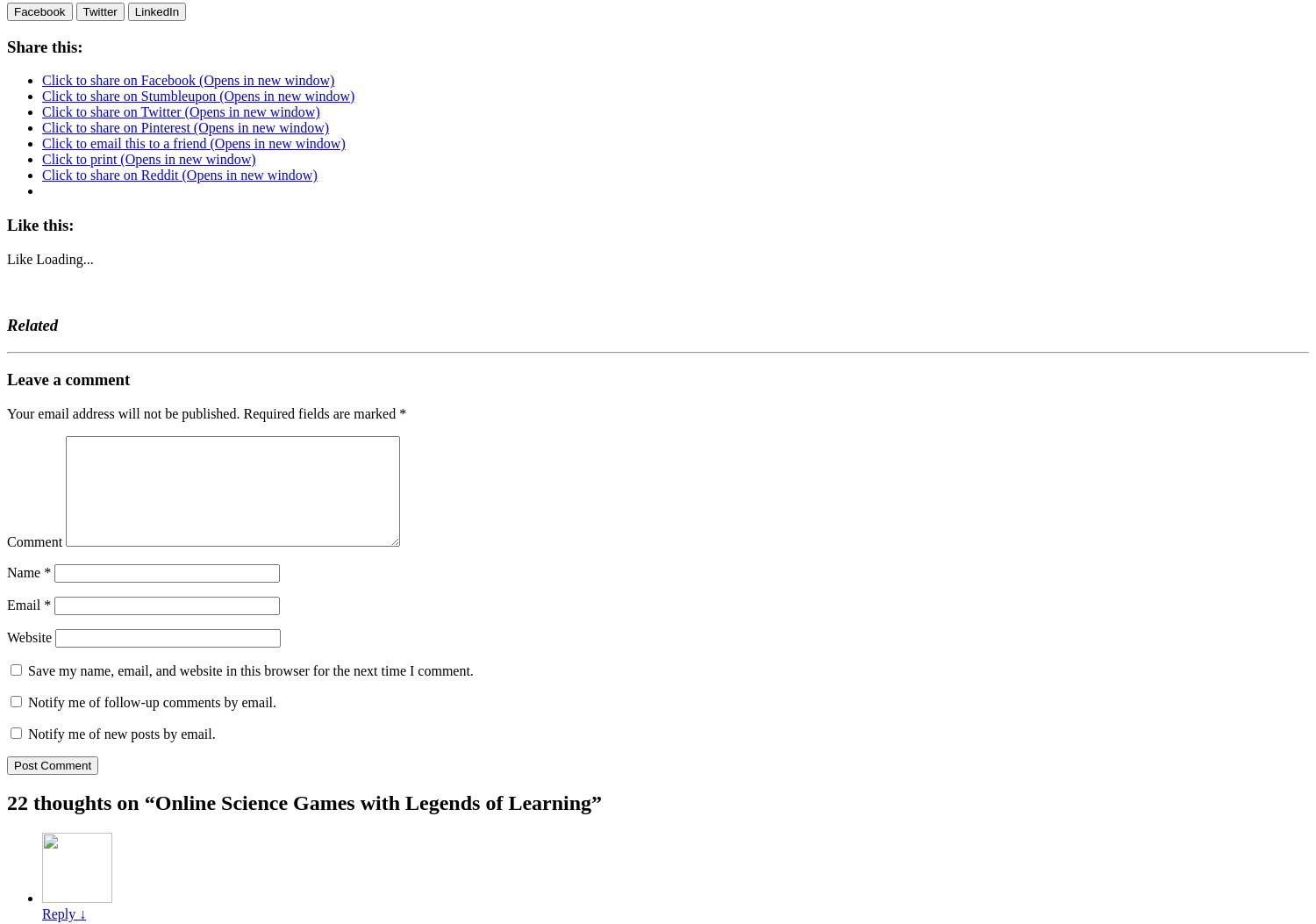 The image size is (1316, 924). Describe the element at coordinates (197, 96) in the screenshot. I see `'Click to share on Stumbleupon (Opens in new window)'` at that location.